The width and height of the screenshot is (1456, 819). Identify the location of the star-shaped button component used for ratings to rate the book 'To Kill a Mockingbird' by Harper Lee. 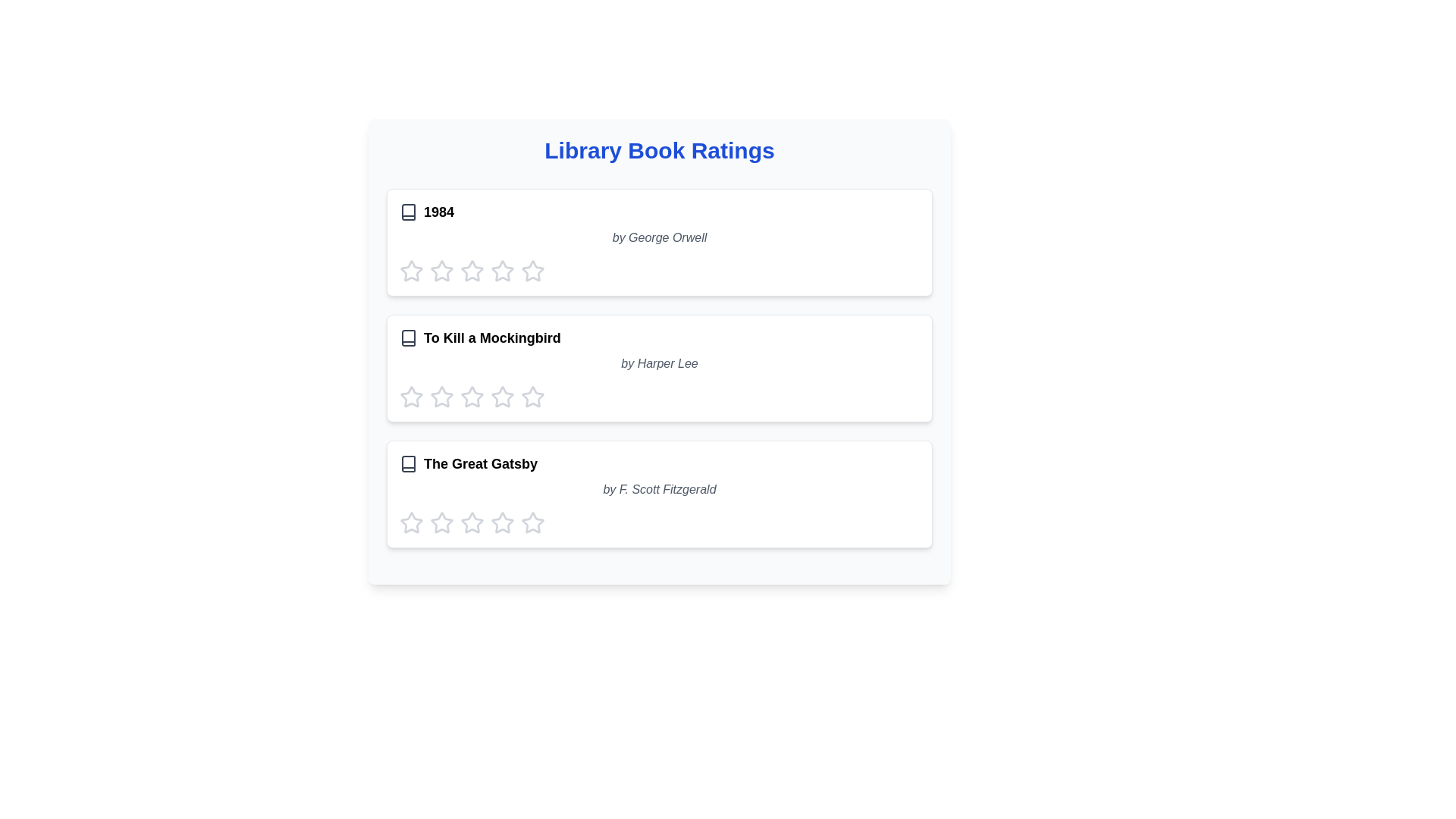
(411, 397).